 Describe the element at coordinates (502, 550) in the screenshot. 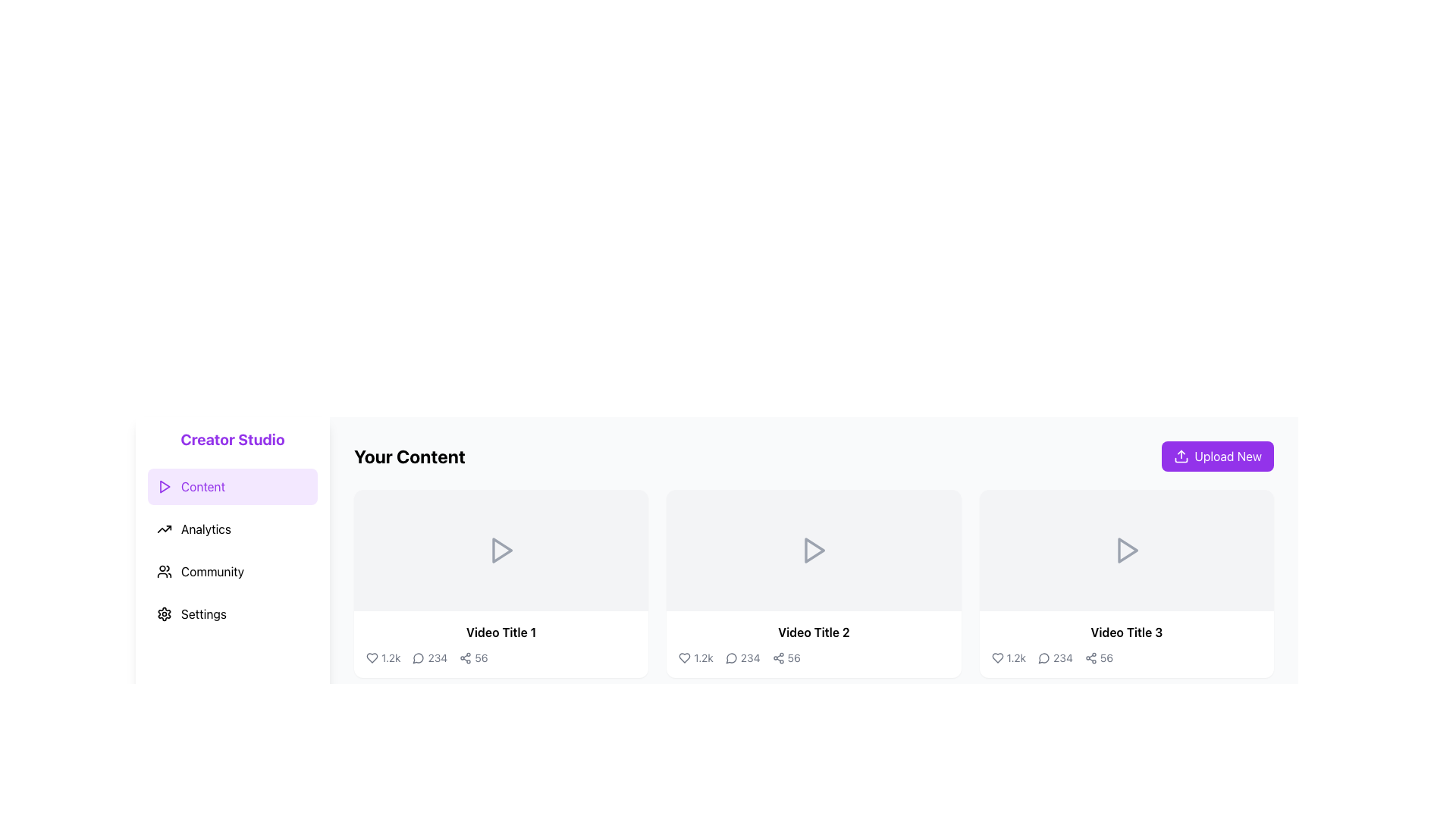

I see `the triangular play icon button, which is styled with a white interior and gray stroke, located at the center of the first video card in the 'Your Content' section` at that location.